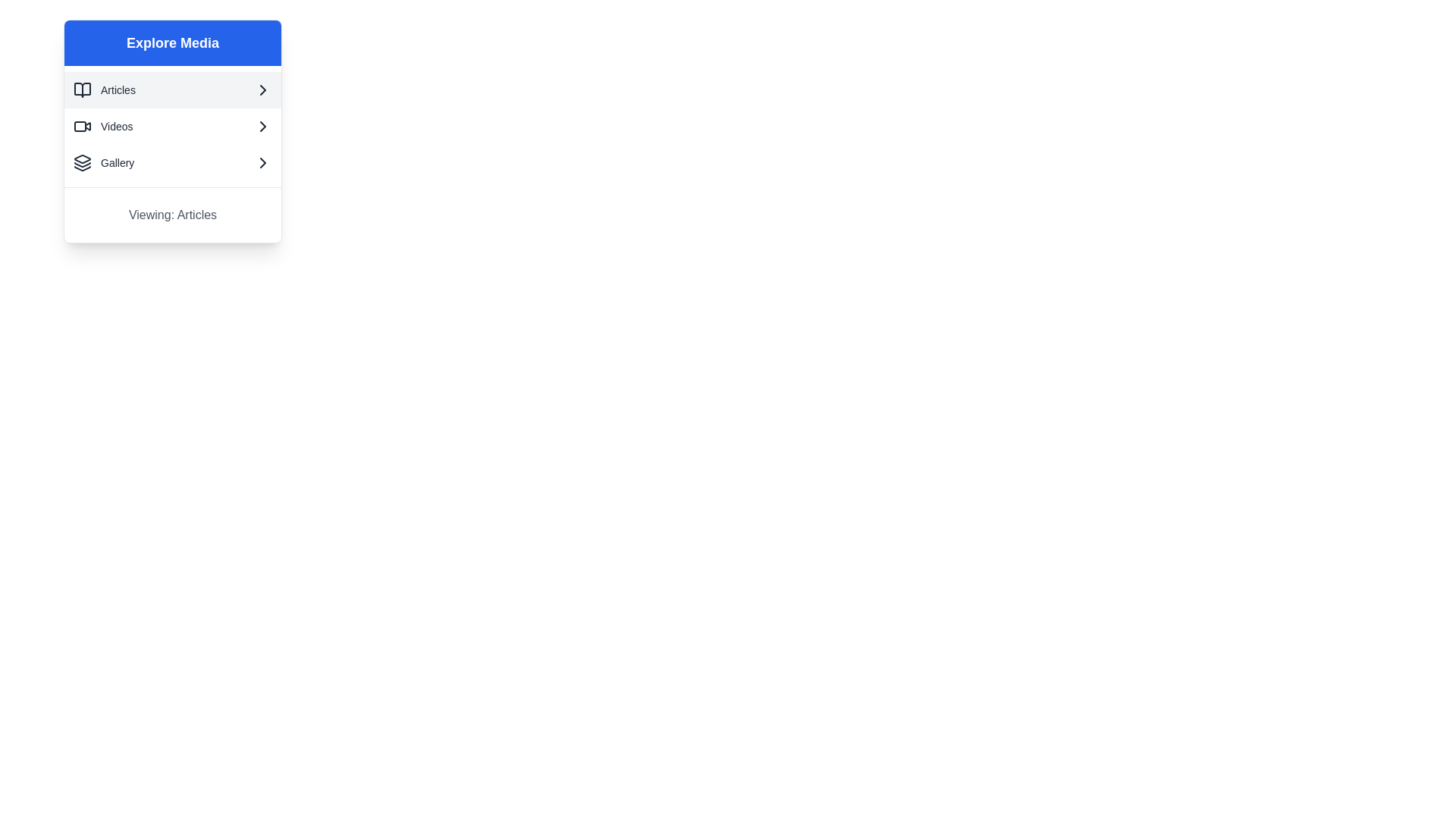  Describe the element at coordinates (262, 90) in the screenshot. I see `the chevron arrow icon pointing` at that location.